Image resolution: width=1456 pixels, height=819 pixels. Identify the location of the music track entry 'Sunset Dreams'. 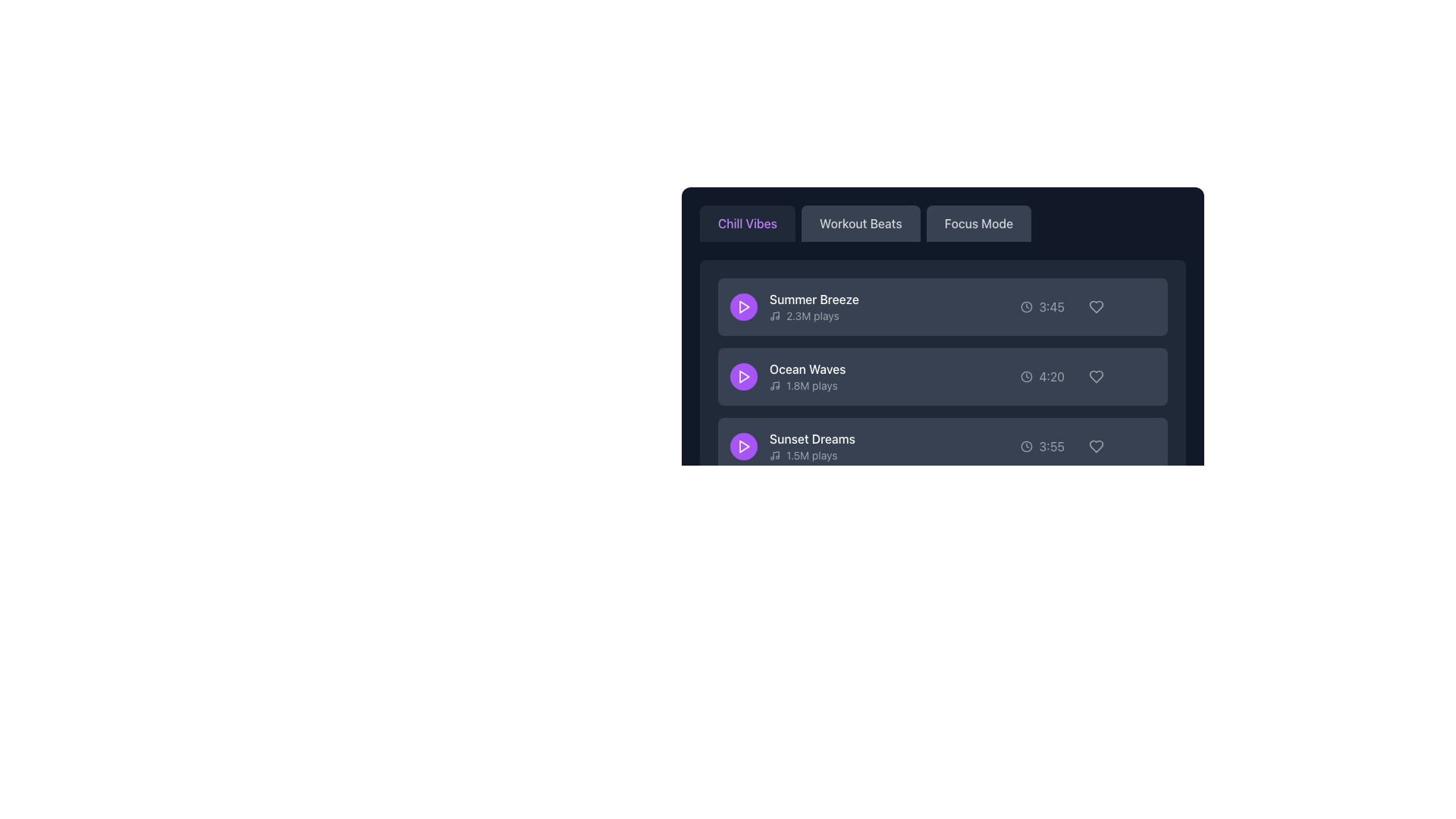
(792, 446).